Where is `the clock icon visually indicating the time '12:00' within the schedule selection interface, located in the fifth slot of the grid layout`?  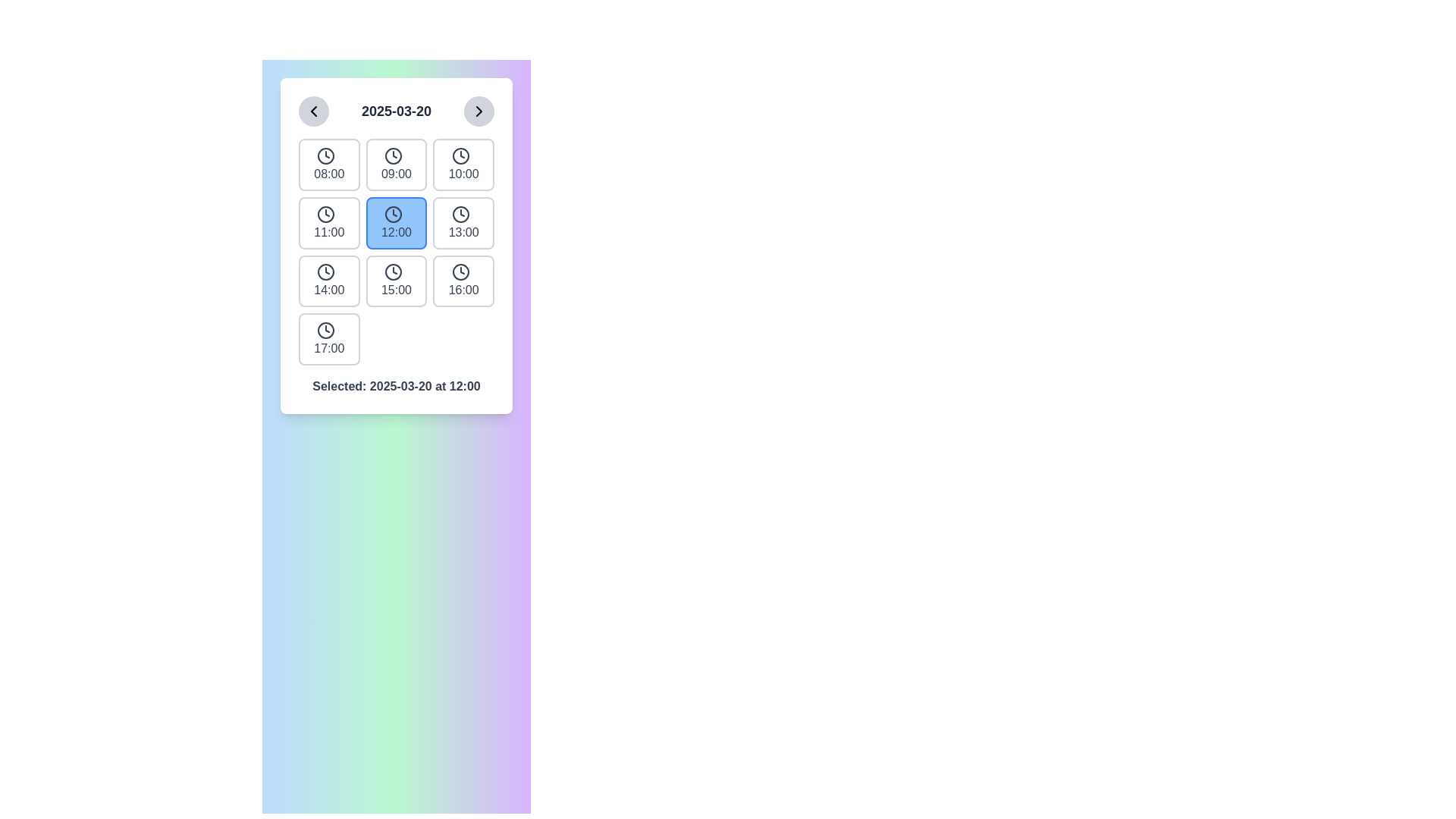 the clock icon visually indicating the time '12:00' within the schedule selection interface, located in the fifth slot of the grid layout is located at coordinates (393, 214).